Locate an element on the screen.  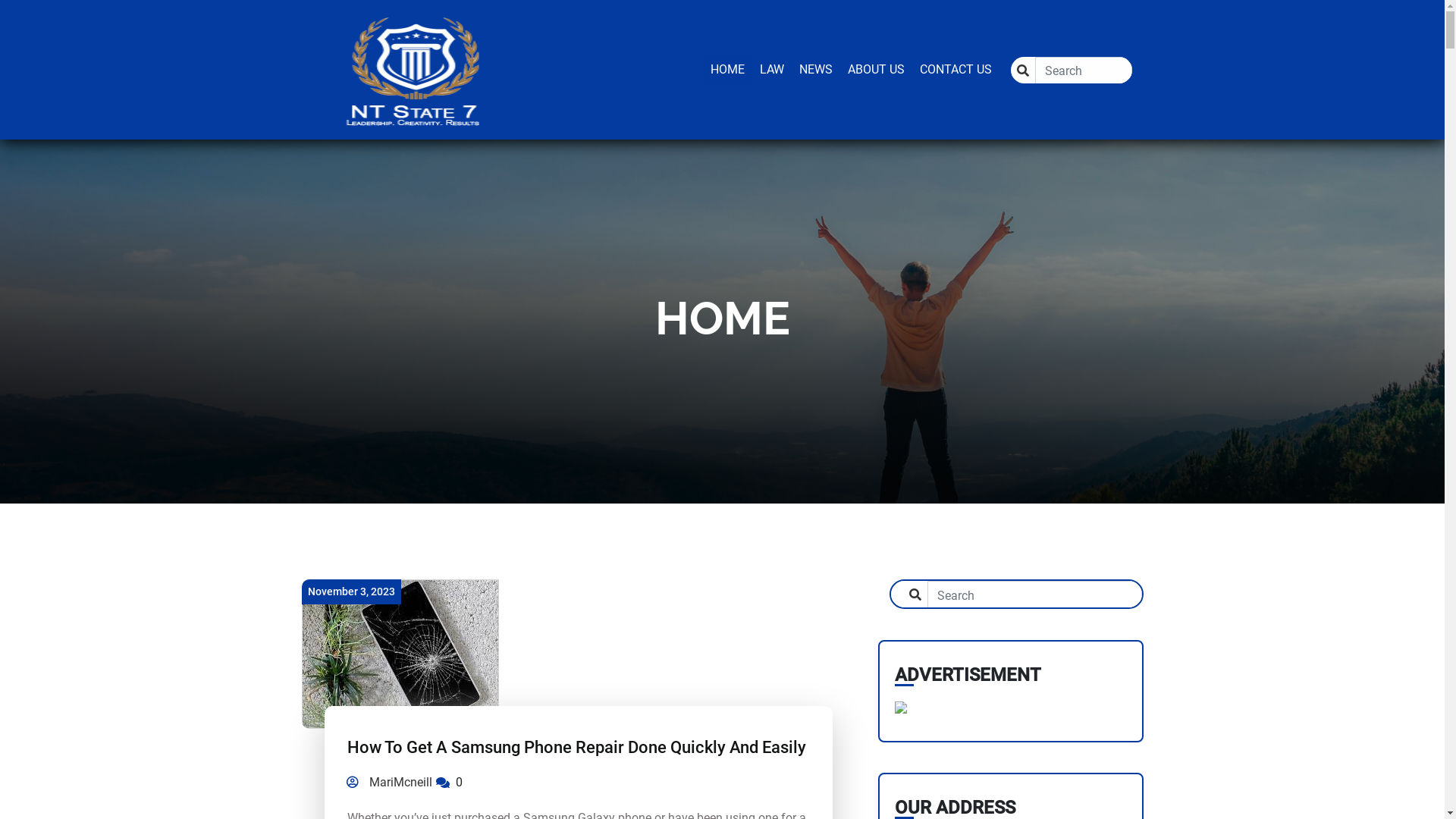
'MariMcneill' is located at coordinates (341, 783).